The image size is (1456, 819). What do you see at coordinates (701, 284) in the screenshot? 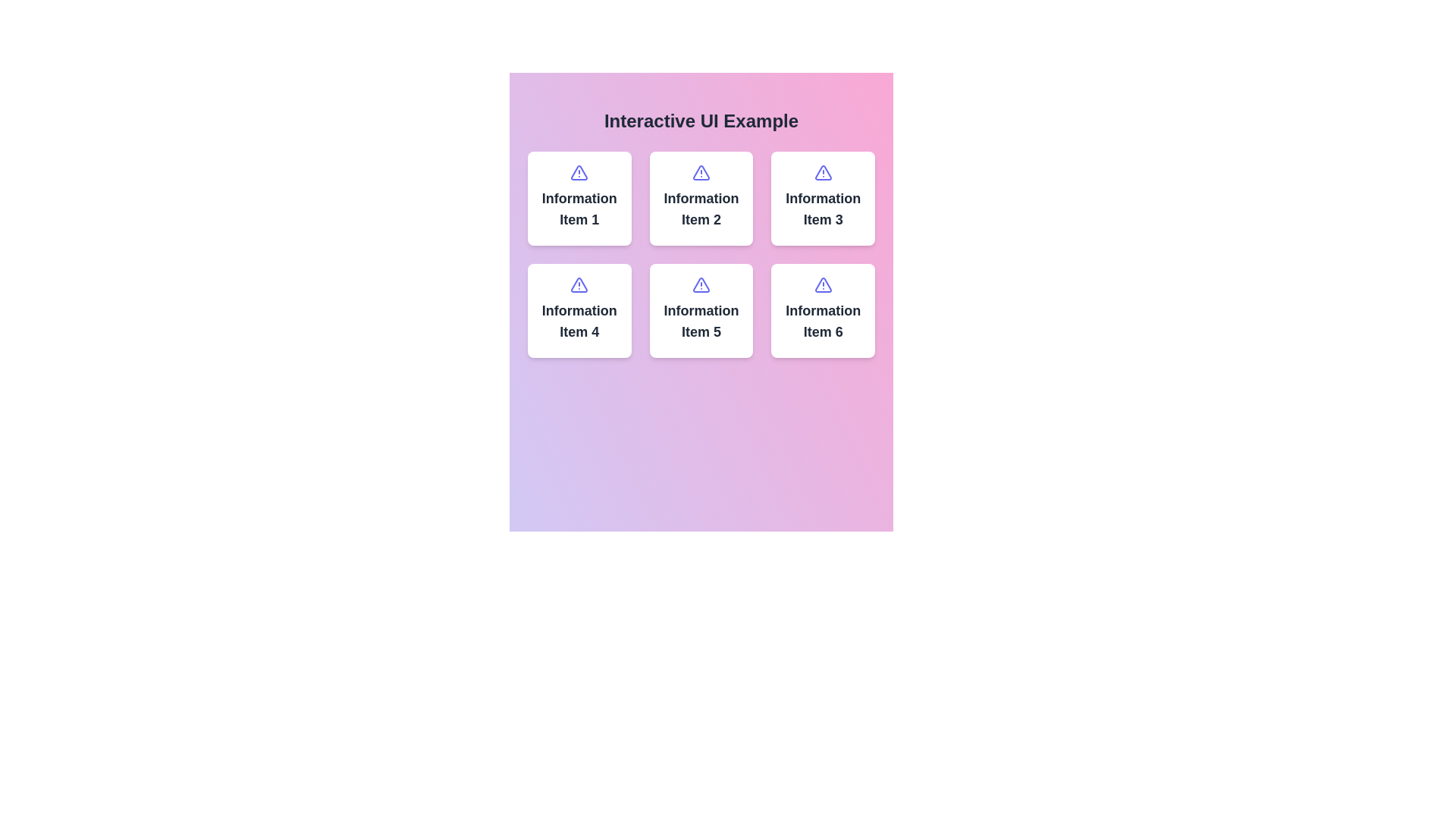
I see `the alert icon related to 'Information Item 5' located in the middle row, second column of the 2x3 grid` at bounding box center [701, 284].